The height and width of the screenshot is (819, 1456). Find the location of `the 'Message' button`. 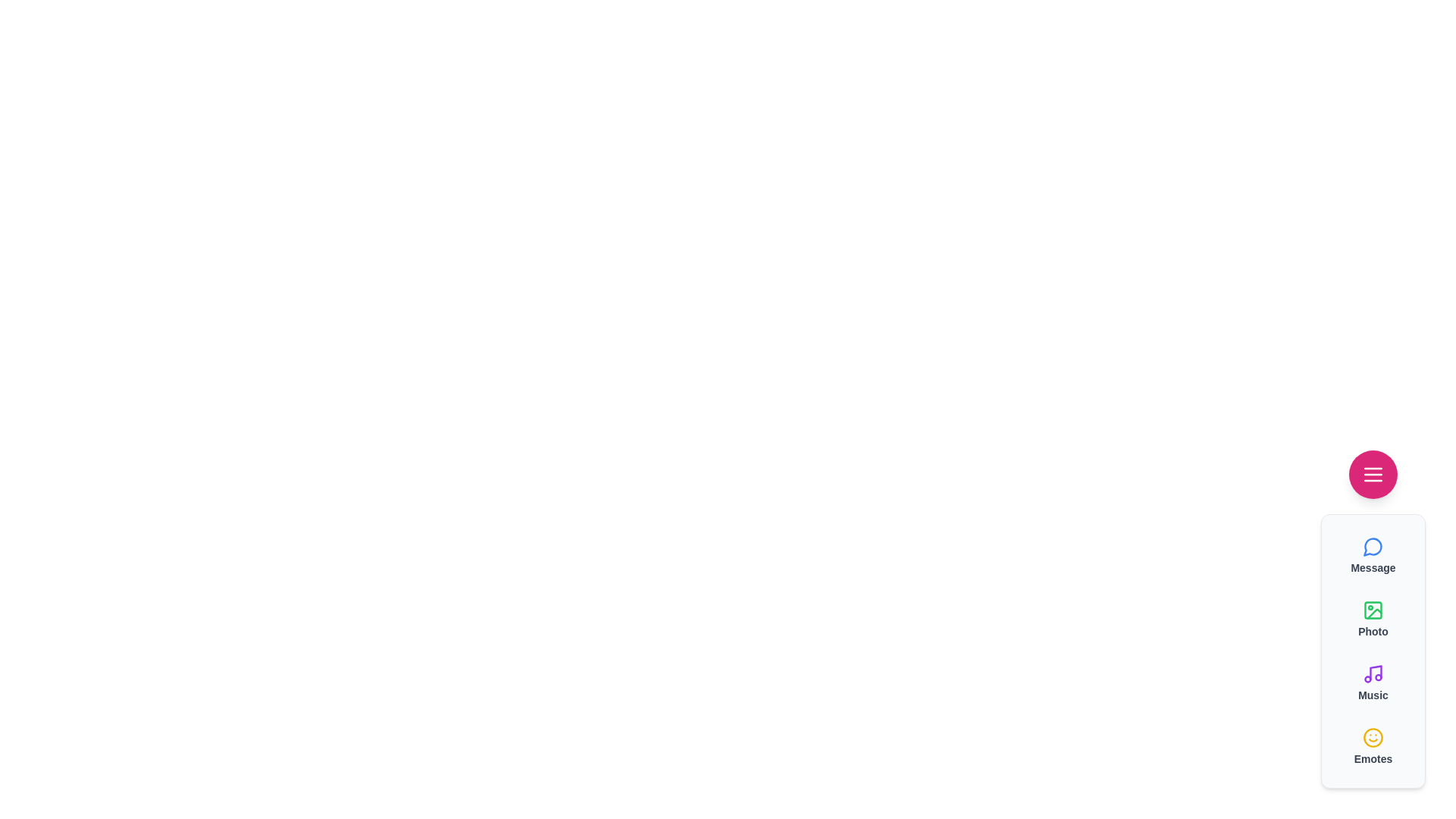

the 'Message' button is located at coordinates (1373, 555).